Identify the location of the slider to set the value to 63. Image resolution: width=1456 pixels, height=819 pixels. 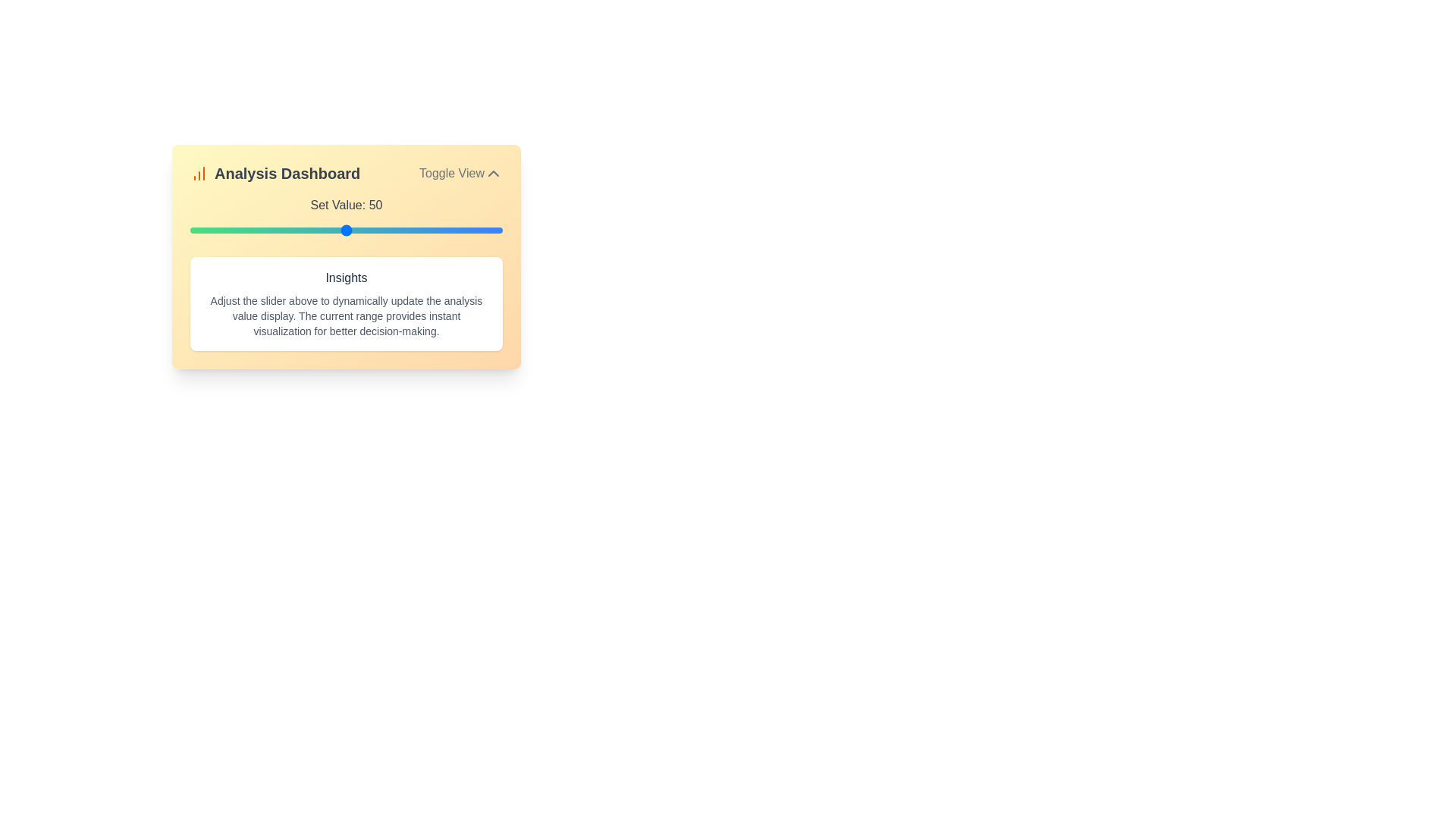
(387, 231).